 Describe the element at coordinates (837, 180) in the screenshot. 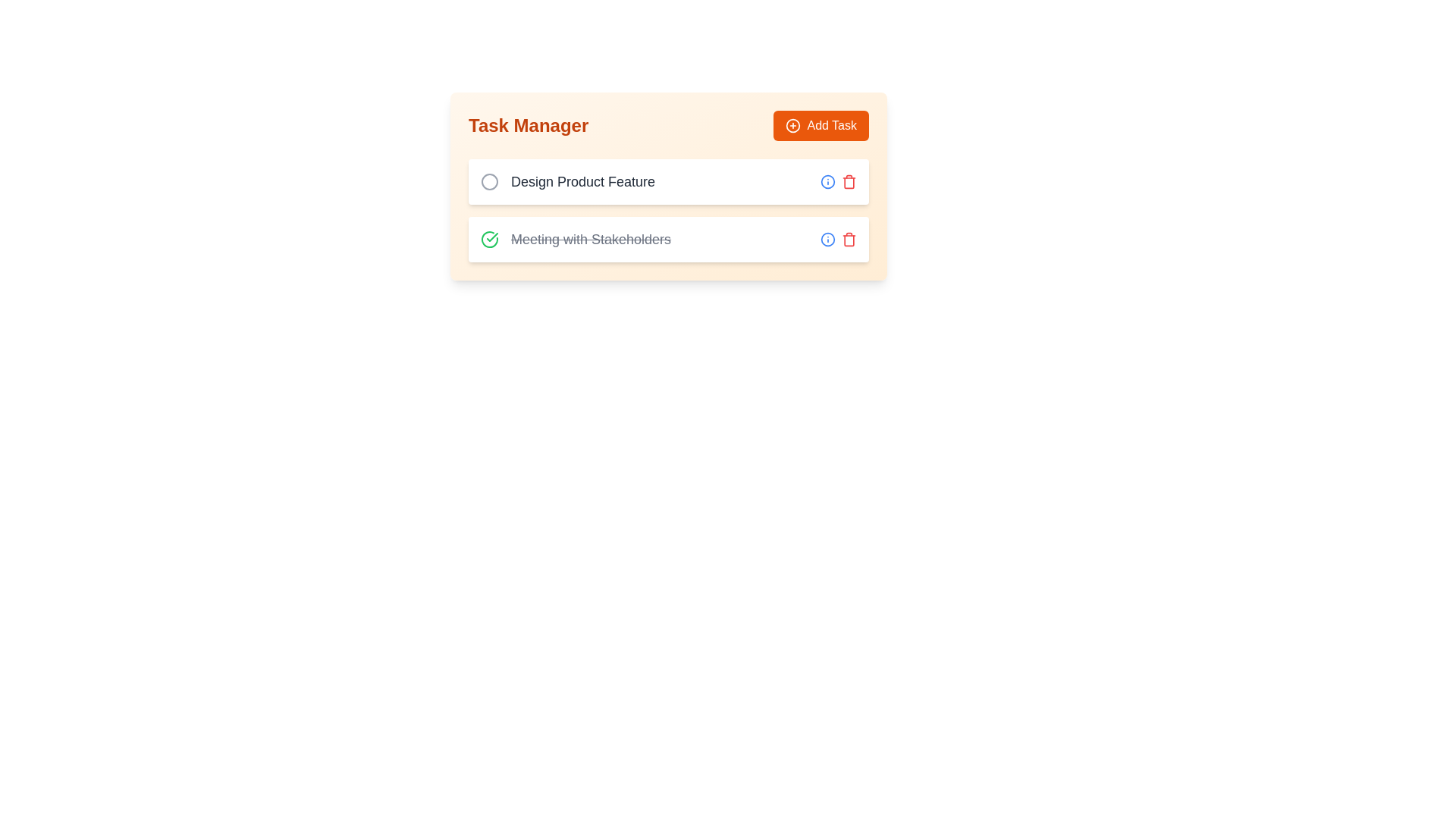

I see `the Button Group located in the right section of the list item labeled 'Design Product Feature'` at that location.